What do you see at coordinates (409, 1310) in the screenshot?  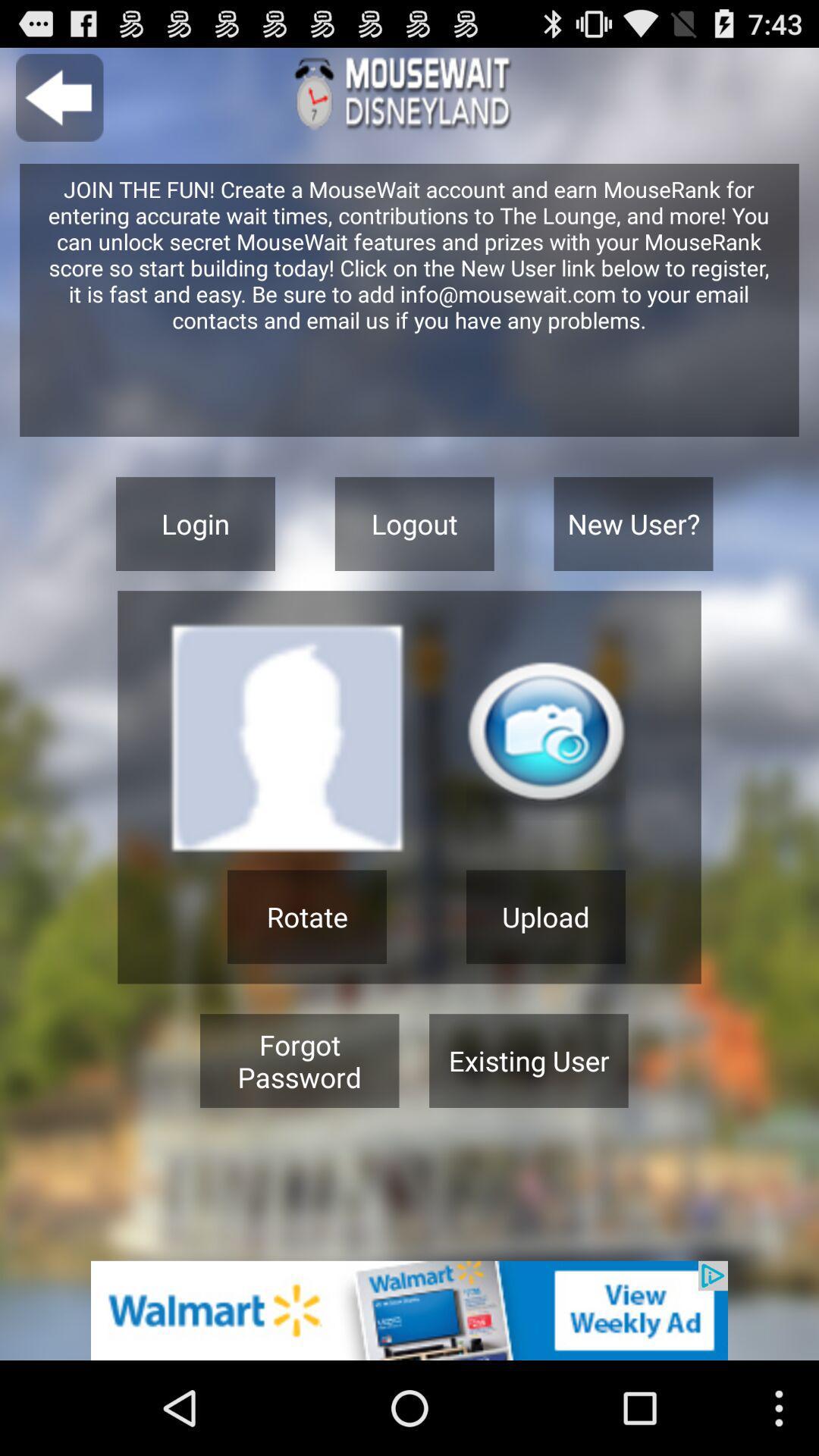 I see `advertisement` at bounding box center [409, 1310].